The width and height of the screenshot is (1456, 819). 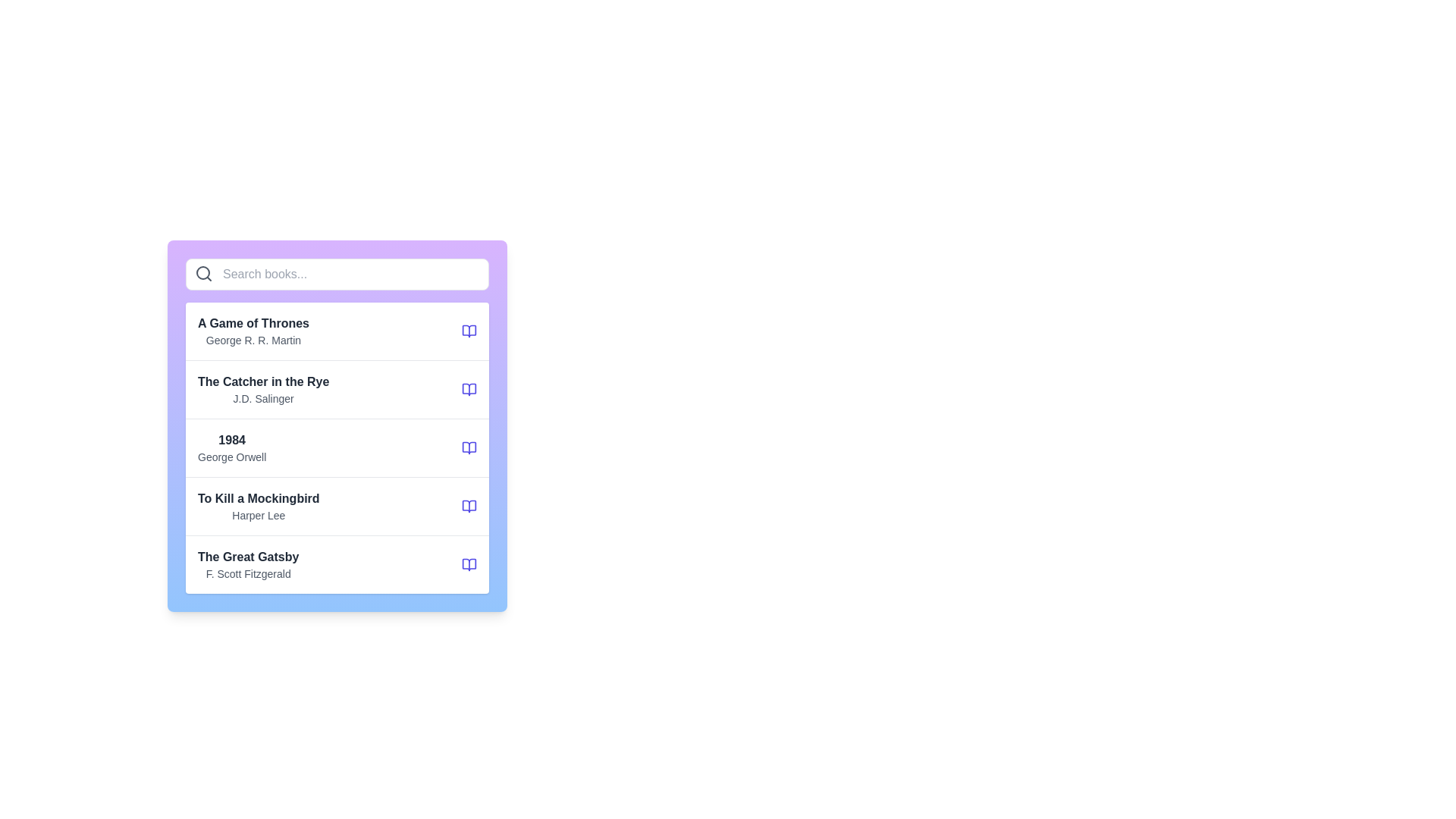 What do you see at coordinates (253, 323) in the screenshot?
I see `the text label that identifies the book titled 'A Game of Thrones', which is located in the first item of a vertically listed group of books, positioned above 'George R. R. Martin' and to the left of a book icon` at bounding box center [253, 323].